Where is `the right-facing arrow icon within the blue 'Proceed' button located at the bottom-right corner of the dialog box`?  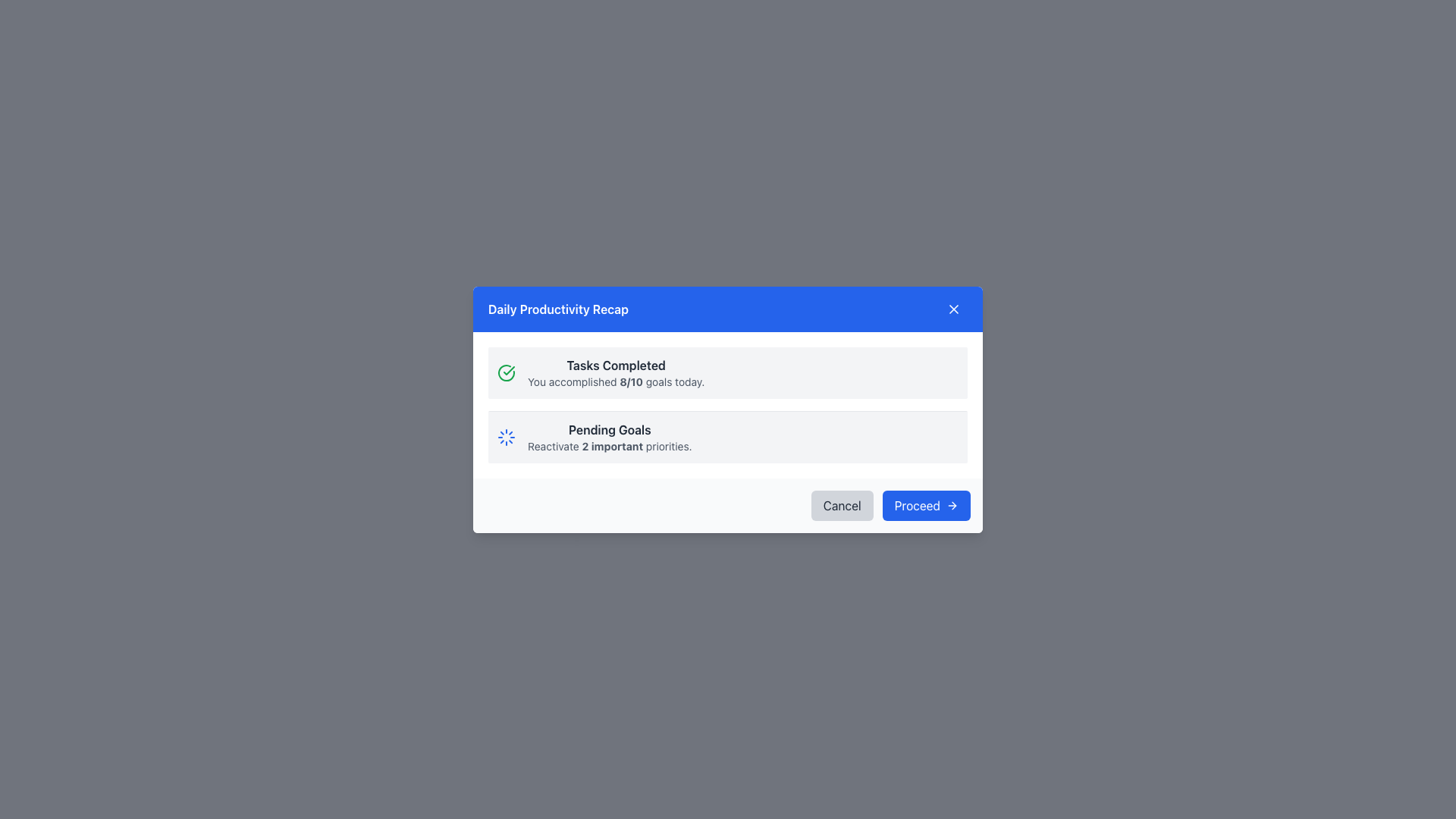
the right-facing arrow icon within the blue 'Proceed' button located at the bottom-right corner of the dialog box is located at coordinates (953, 505).